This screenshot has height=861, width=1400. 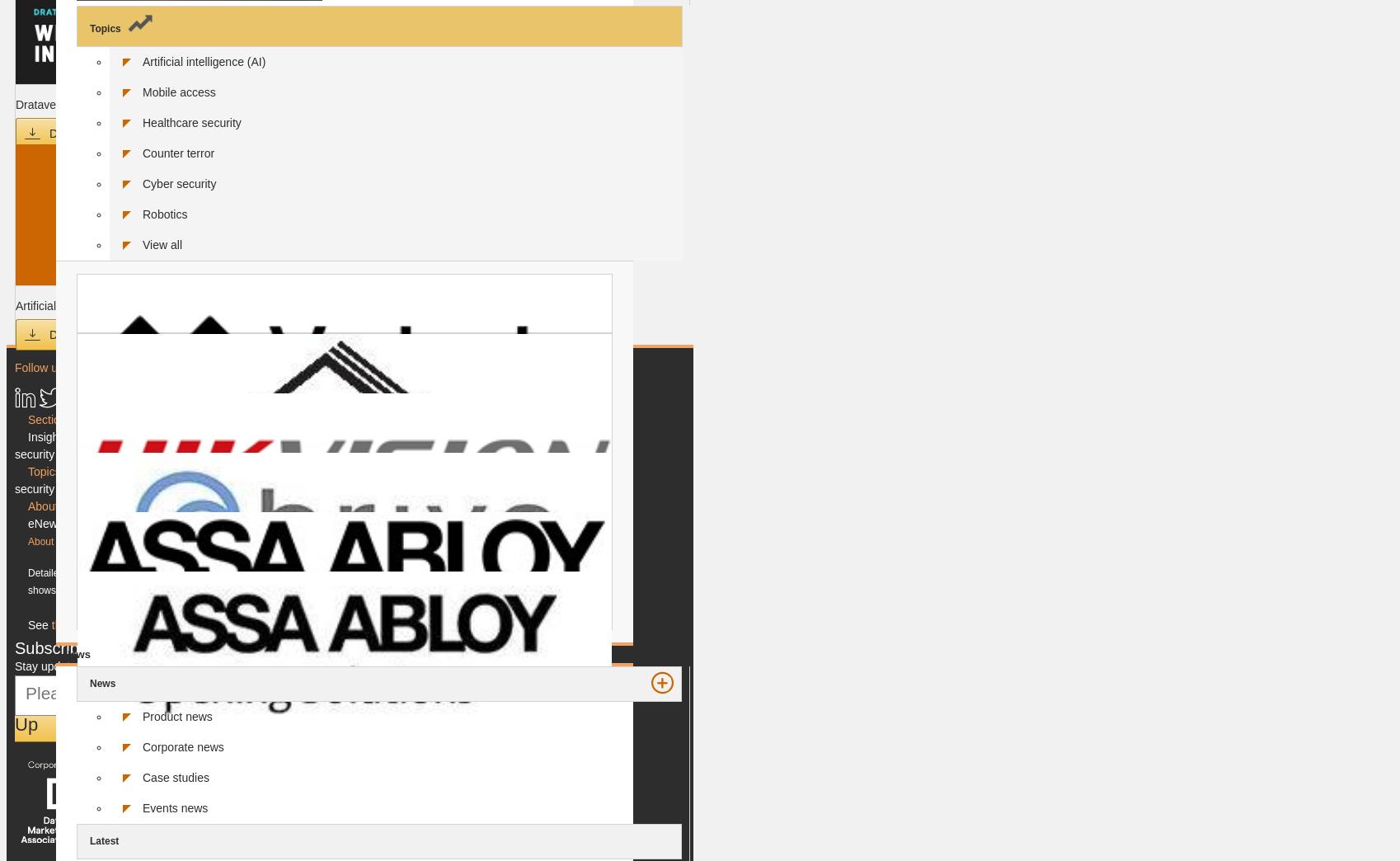 What do you see at coordinates (162, 242) in the screenshot?
I see `'View all'` at bounding box center [162, 242].